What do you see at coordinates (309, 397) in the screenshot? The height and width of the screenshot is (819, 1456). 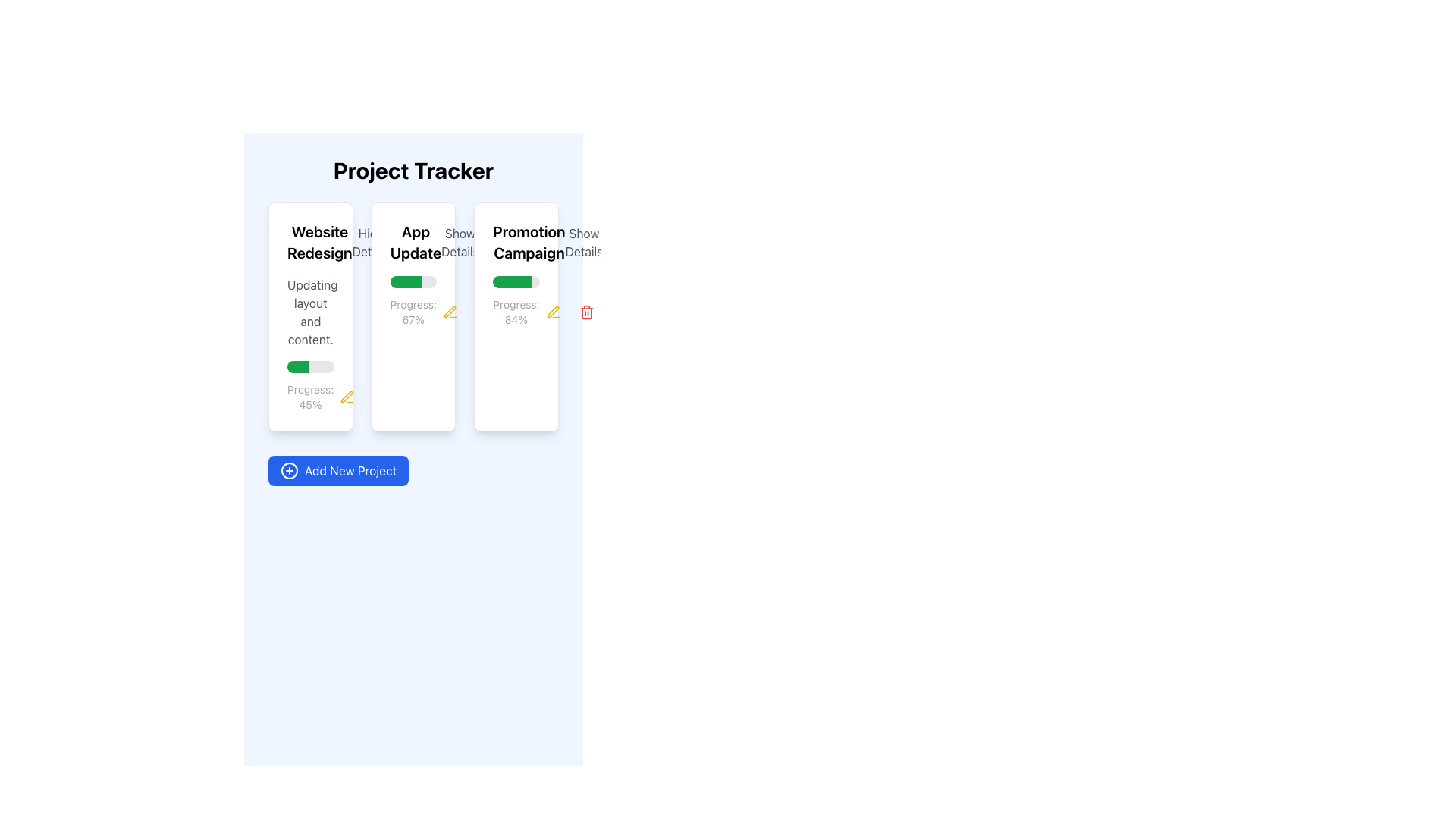 I see `the progress percentage text (45%) in the first card of the 'Project Tracker' component, located directly below the green progress bar and next to the edit icon` at bounding box center [309, 397].